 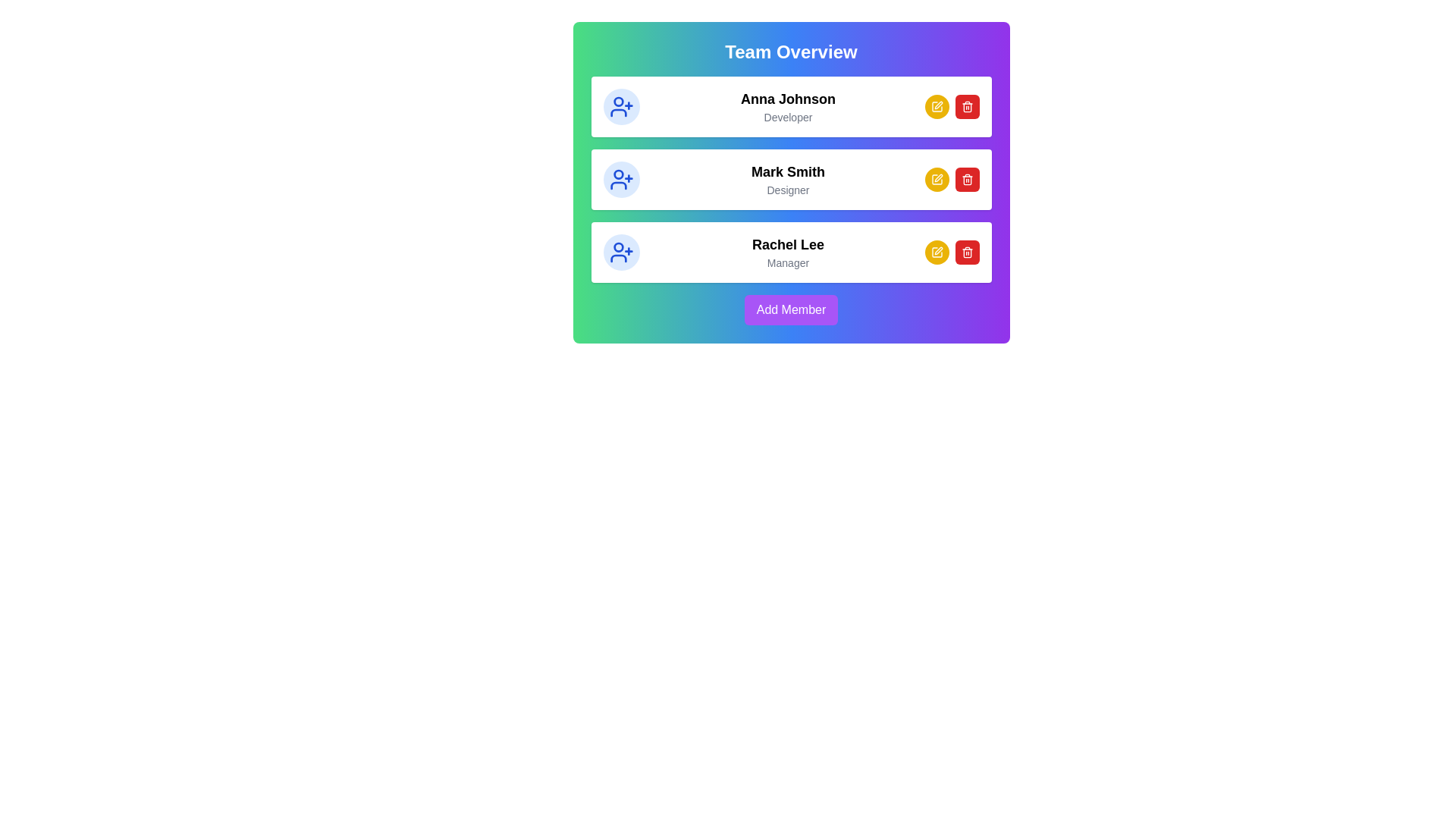 What do you see at coordinates (788, 189) in the screenshot?
I see `the text label providing role information about 'Mark Smith', who is identified as a Designer, located in the second row below the bold 'Mark Smith' text` at bounding box center [788, 189].